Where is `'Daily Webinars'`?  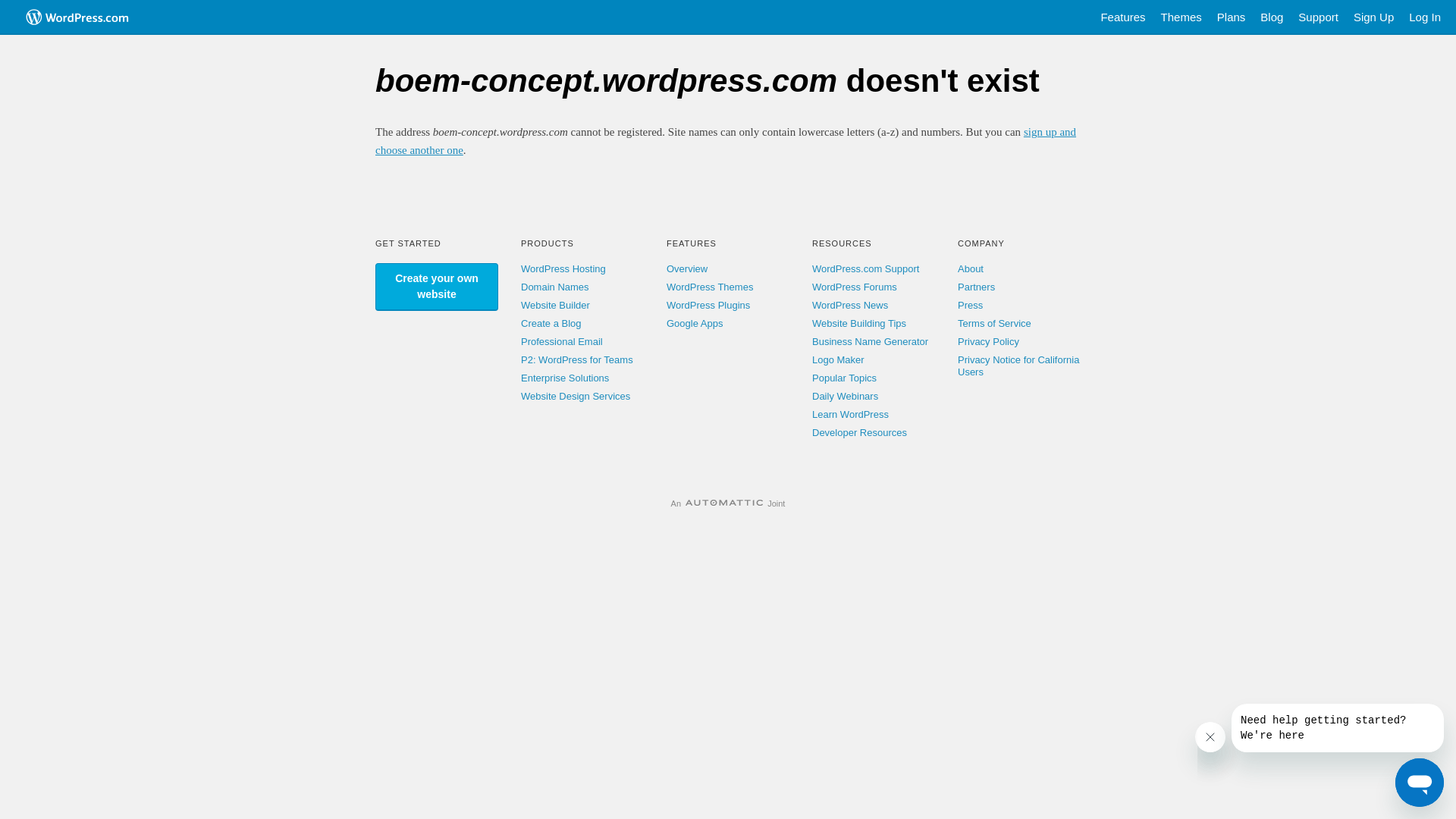
'Daily Webinars' is located at coordinates (811, 395).